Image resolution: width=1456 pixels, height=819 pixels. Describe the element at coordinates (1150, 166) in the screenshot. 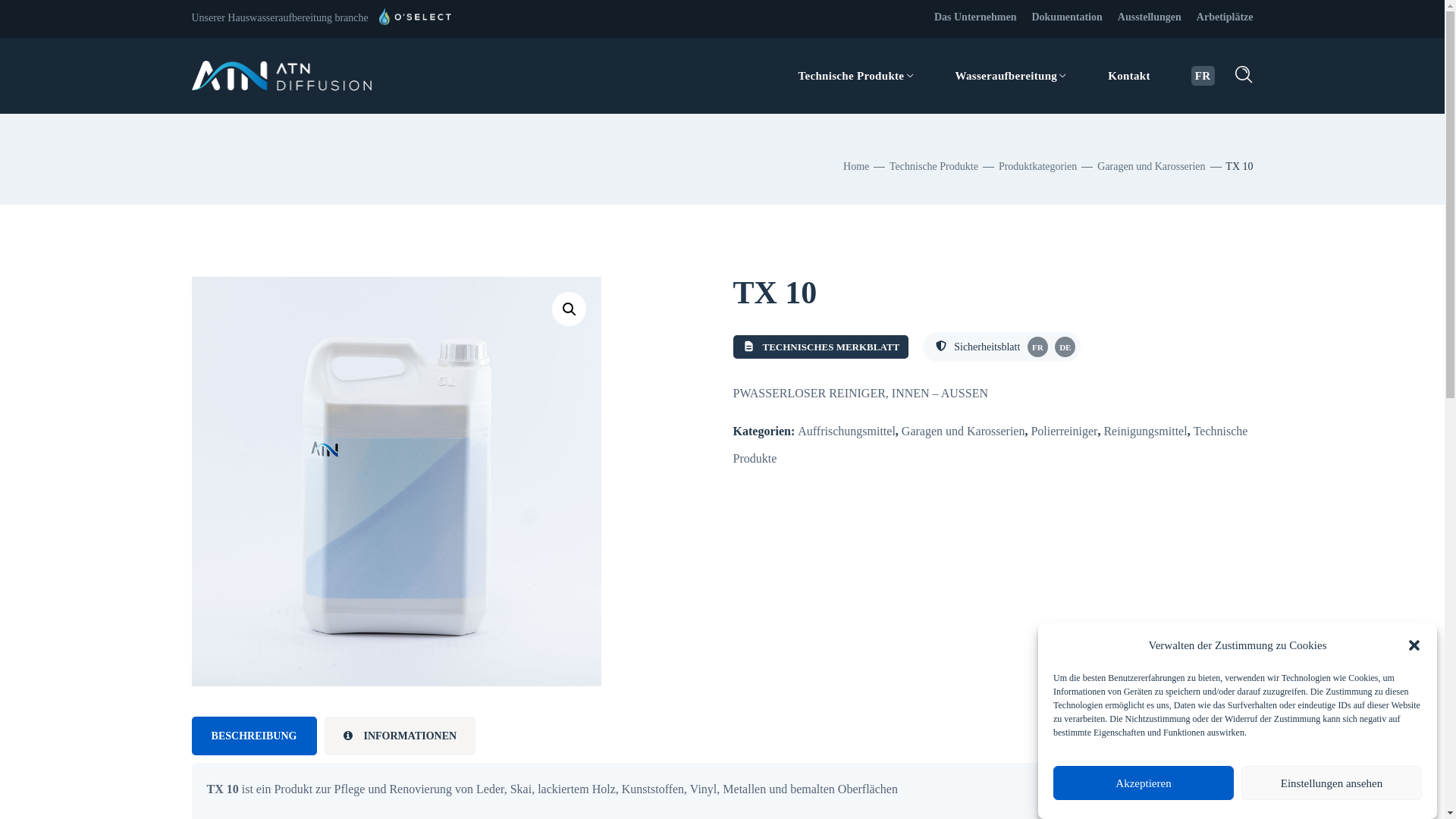

I see `'Garagen und Karosserien'` at that location.